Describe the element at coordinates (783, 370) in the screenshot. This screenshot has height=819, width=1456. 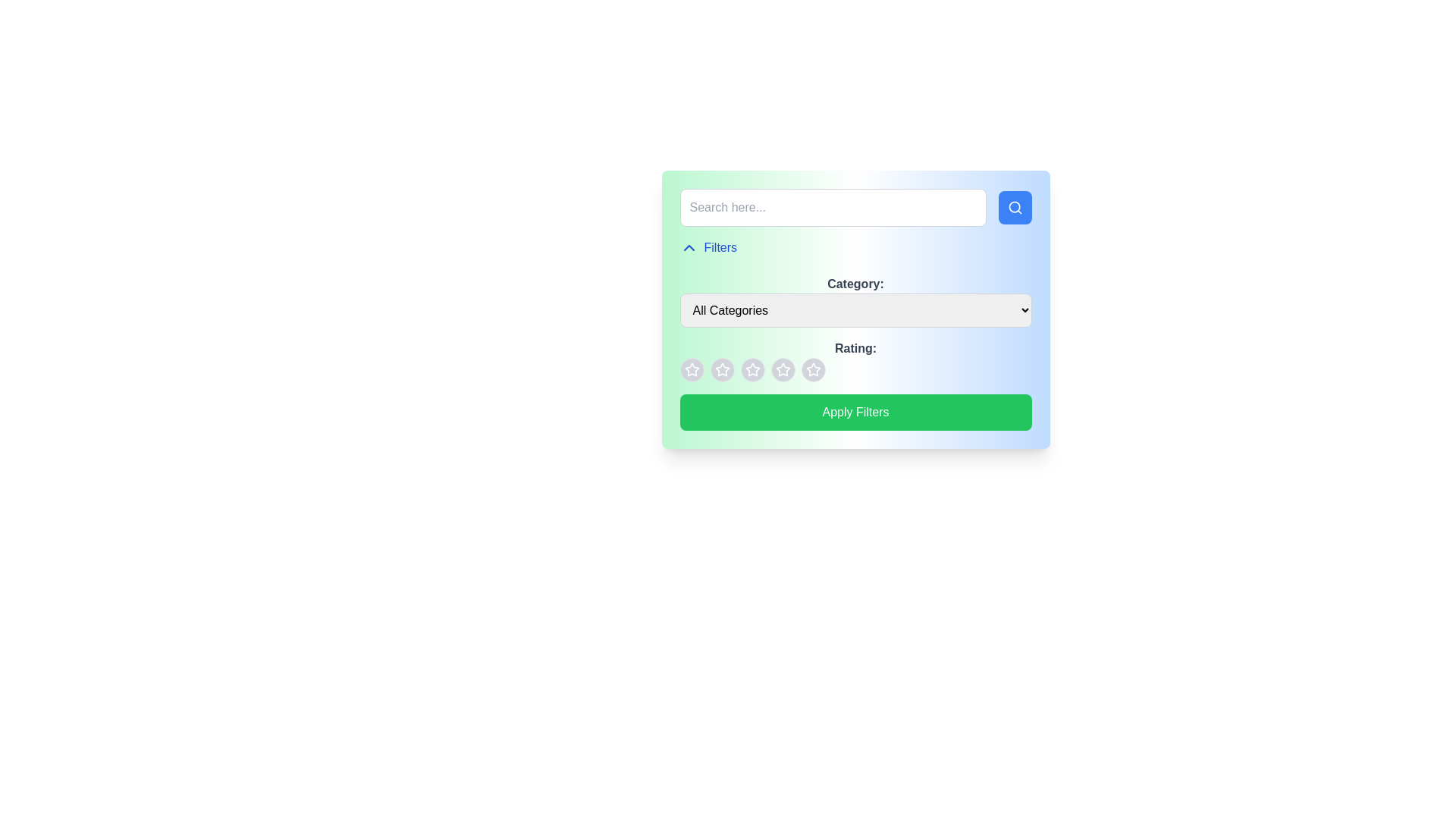
I see `the fourth star rating button in the 'Rating' section of the filter panel` at that location.